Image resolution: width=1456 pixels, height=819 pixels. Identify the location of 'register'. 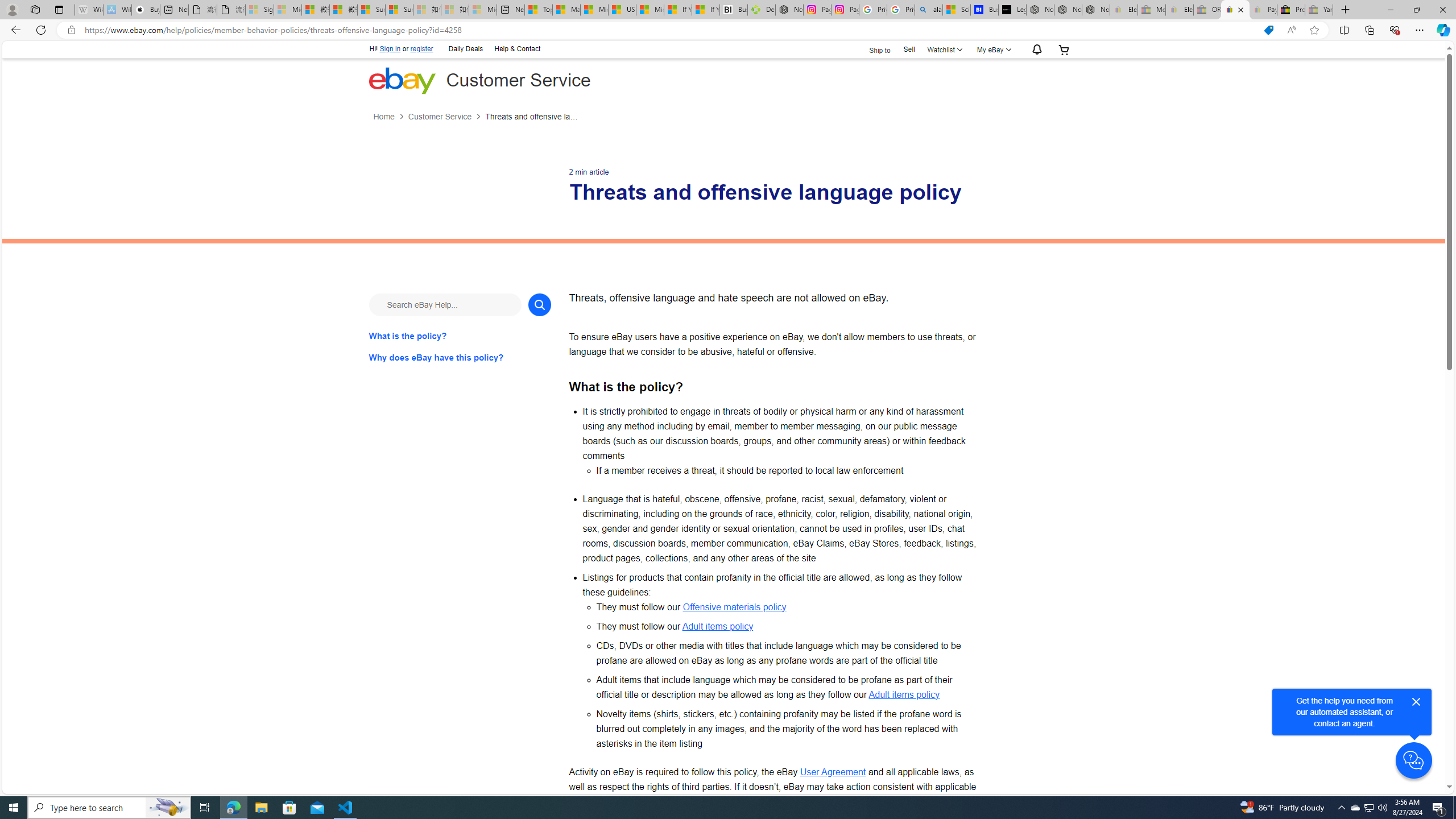
(421, 48).